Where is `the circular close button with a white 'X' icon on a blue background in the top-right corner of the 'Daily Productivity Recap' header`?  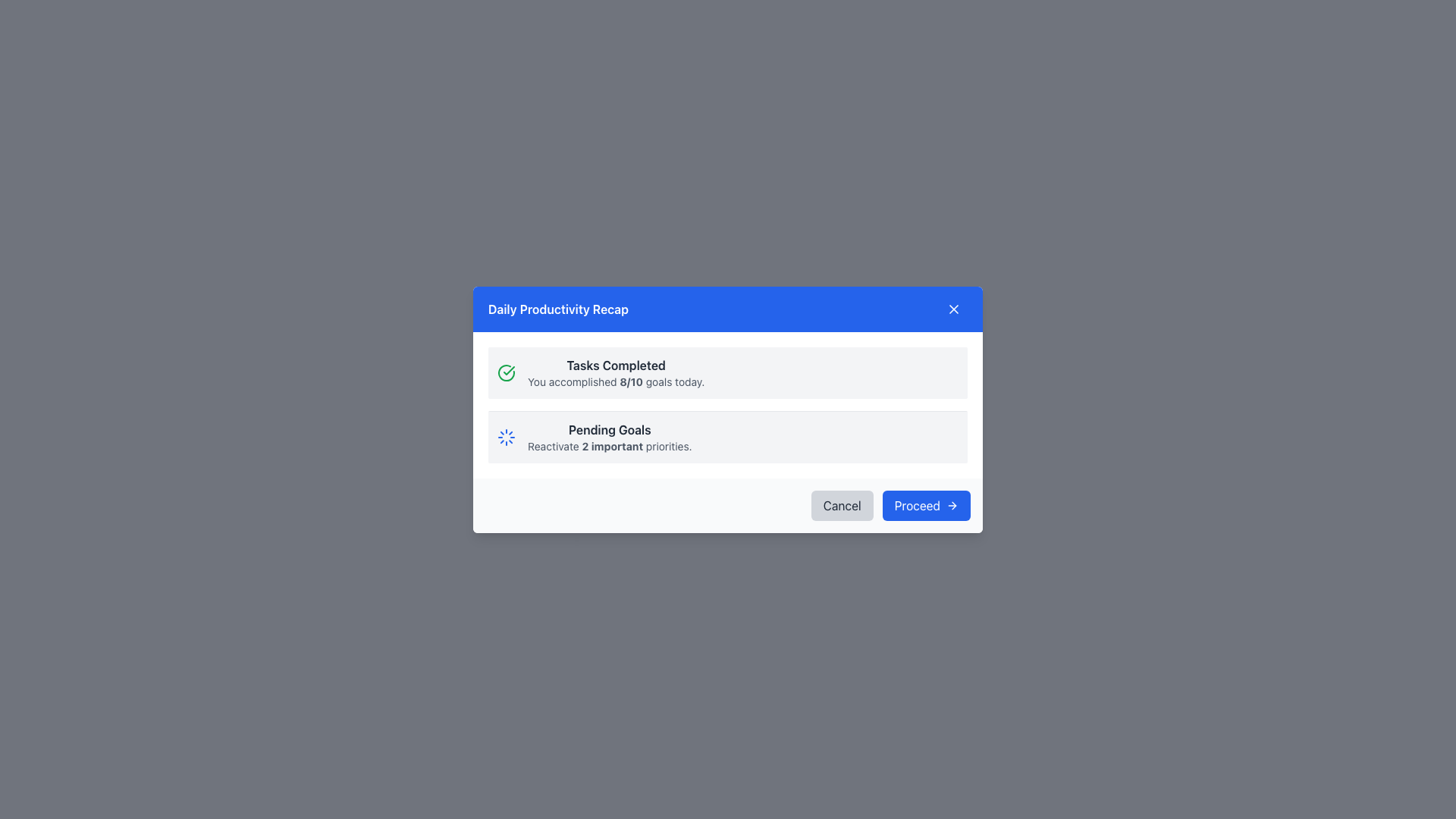 the circular close button with a white 'X' icon on a blue background in the top-right corner of the 'Daily Productivity Recap' header is located at coordinates (952, 308).